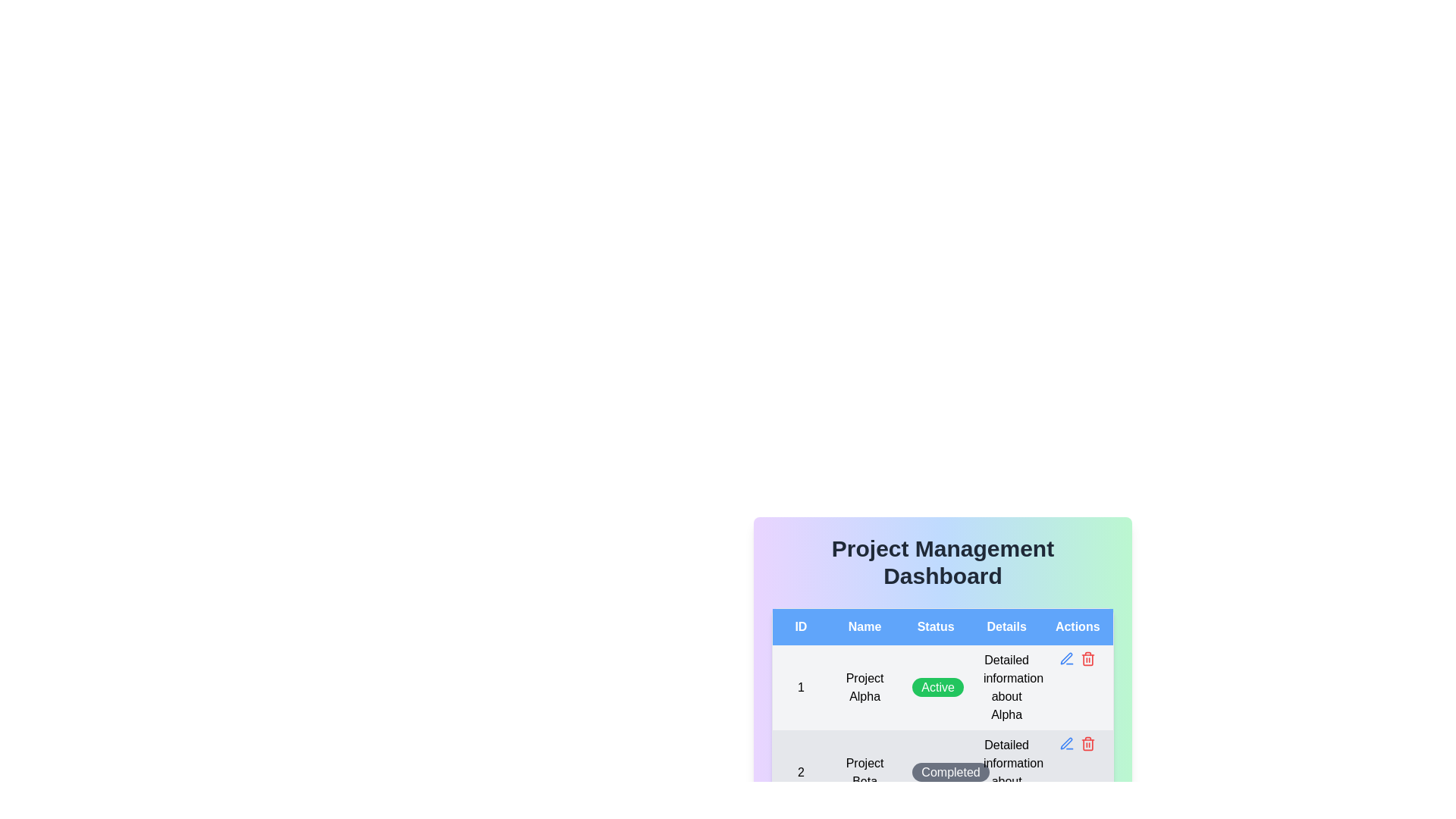  Describe the element at coordinates (864, 772) in the screenshot. I see `the 'Project Beta' text label, which is the second item under the 'Name' column in the table` at that location.